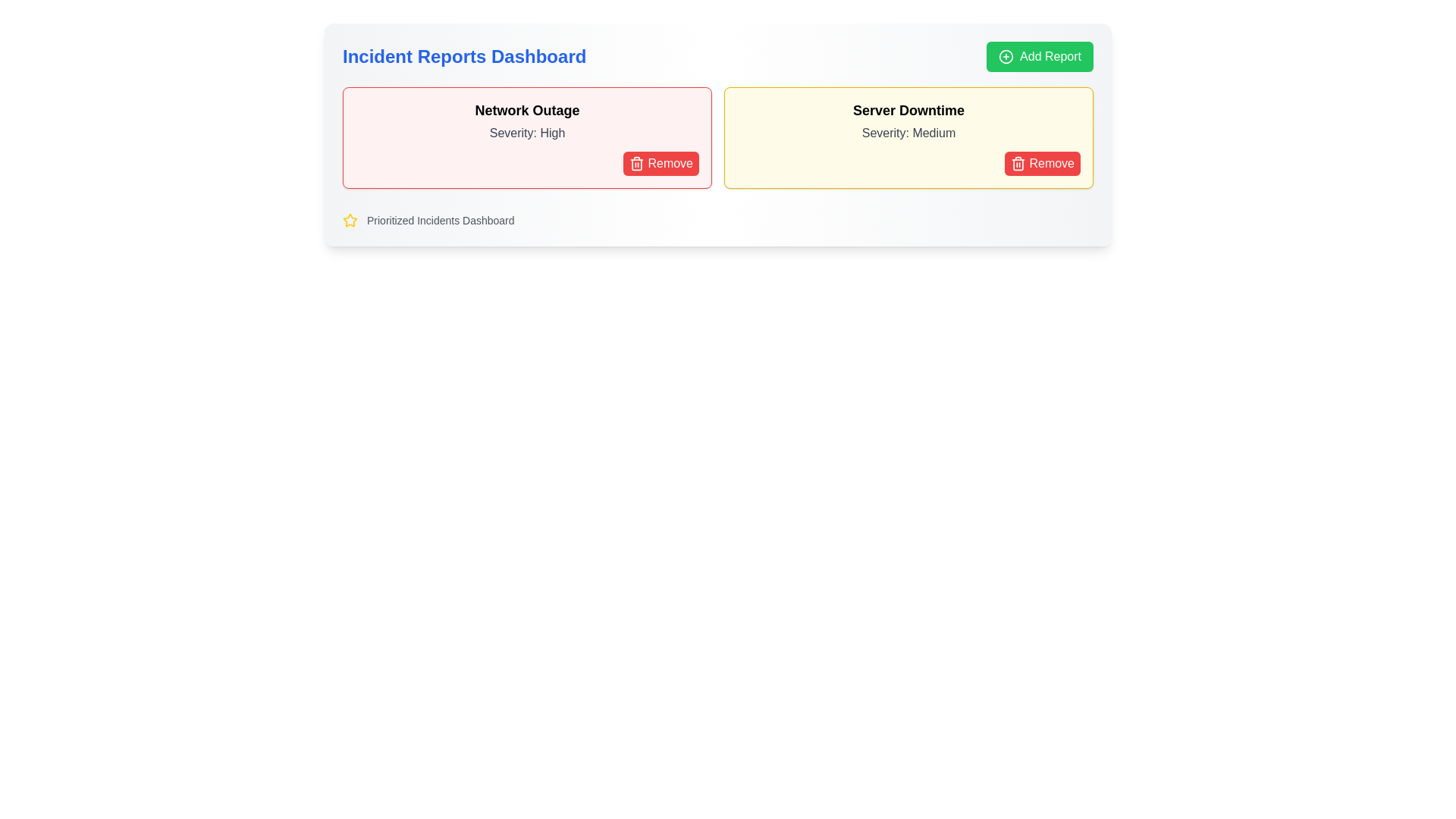 The image size is (1456, 819). I want to click on the delete action icon located within the 'Remove' button to the right side of the 'Network Outage' panel, so click(637, 164).